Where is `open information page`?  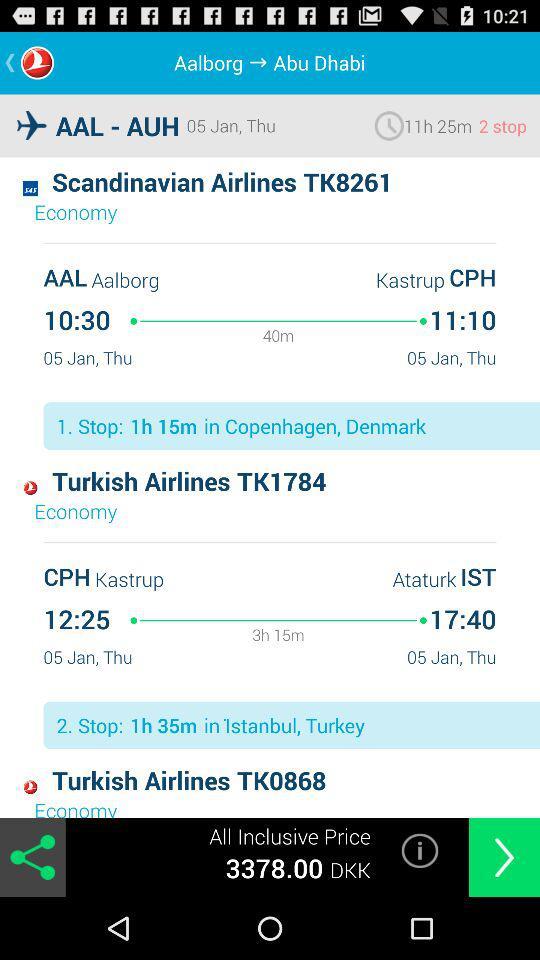 open information page is located at coordinates (419, 849).